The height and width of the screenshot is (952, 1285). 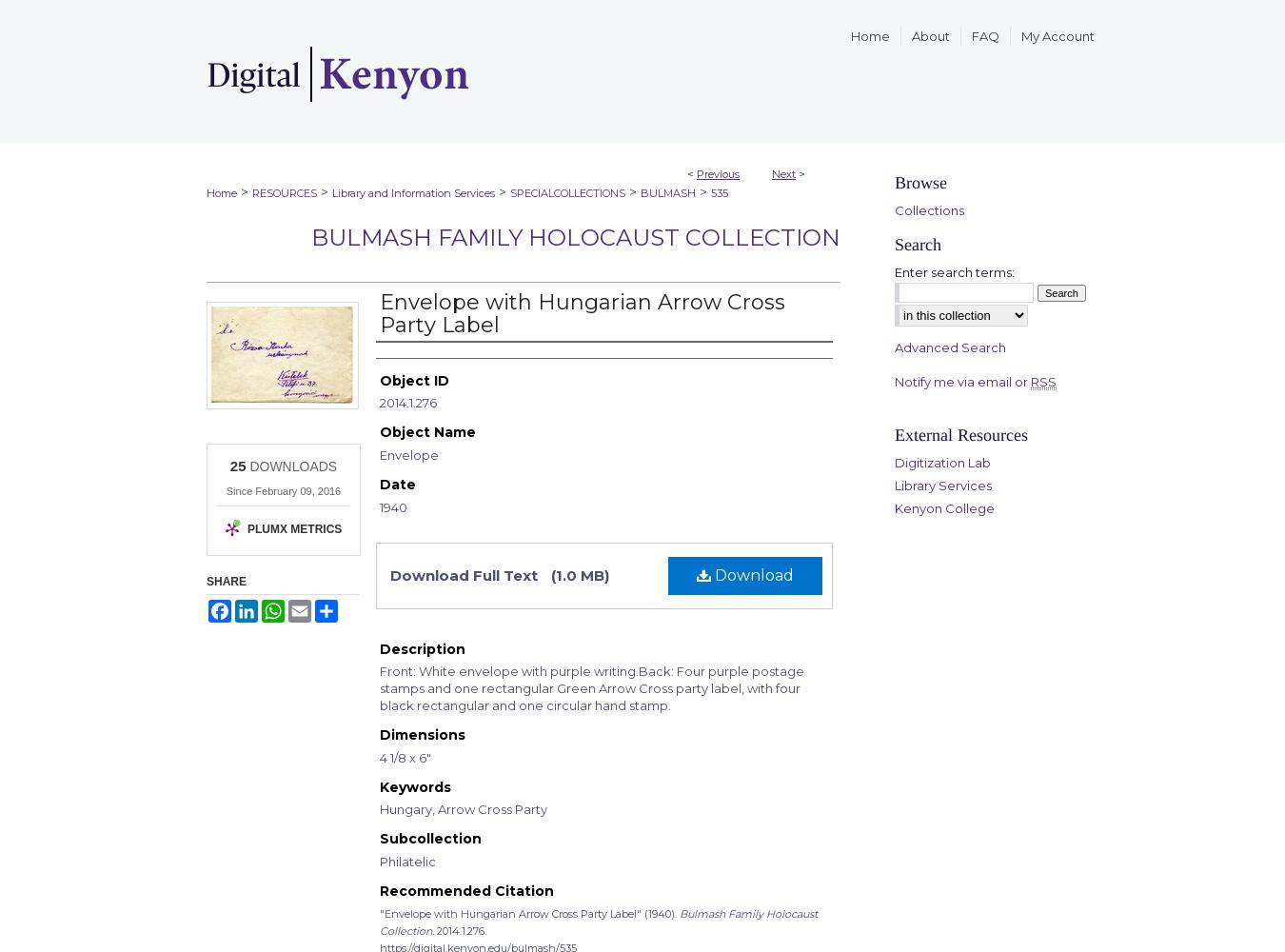 I want to click on 'RESOURCES', so click(x=251, y=192).